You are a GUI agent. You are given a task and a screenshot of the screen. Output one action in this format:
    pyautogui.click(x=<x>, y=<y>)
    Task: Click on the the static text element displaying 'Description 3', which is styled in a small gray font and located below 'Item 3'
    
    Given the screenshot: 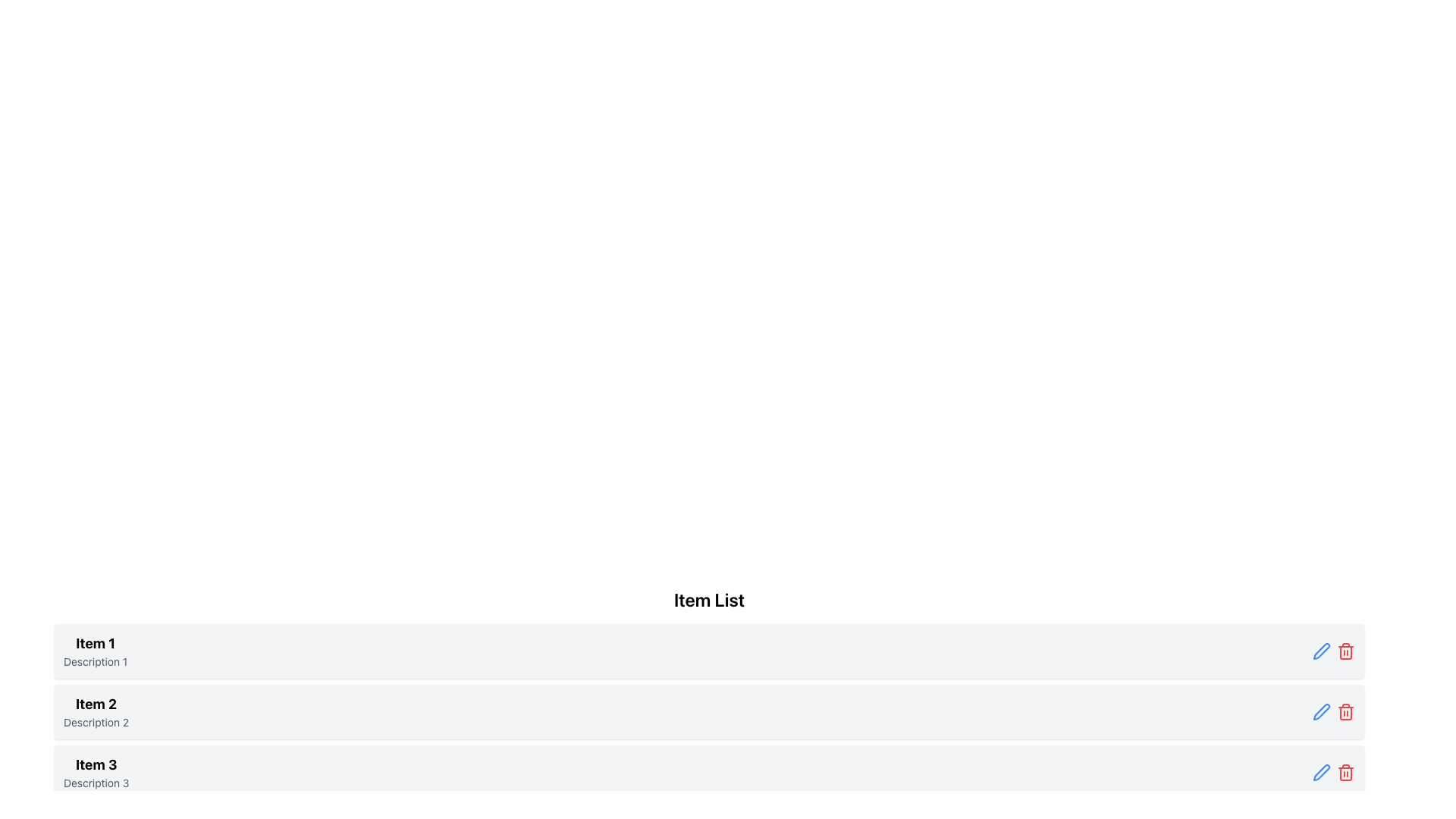 What is the action you would take?
    pyautogui.click(x=96, y=783)
    